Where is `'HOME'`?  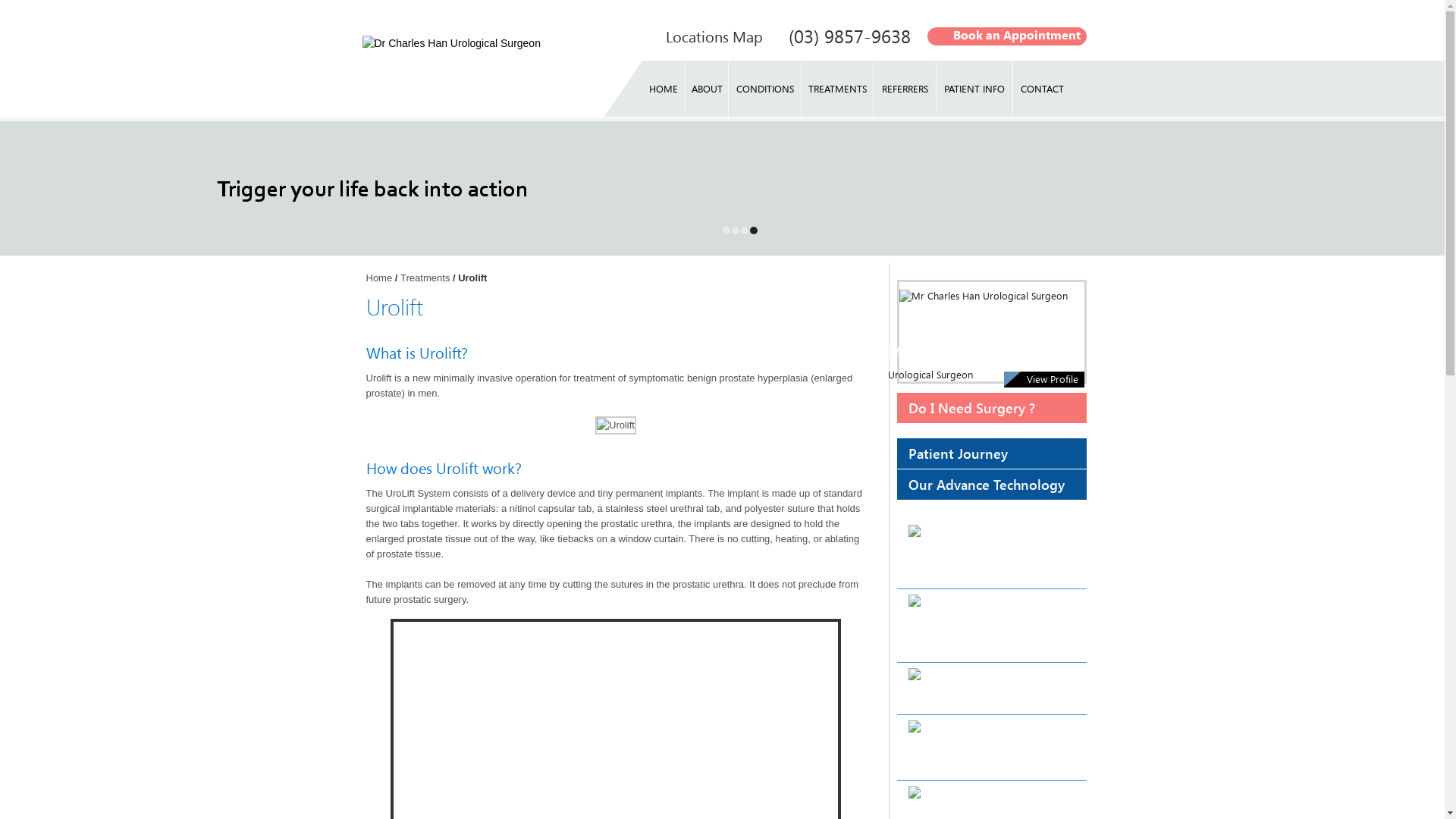
'HOME' is located at coordinates (642, 88).